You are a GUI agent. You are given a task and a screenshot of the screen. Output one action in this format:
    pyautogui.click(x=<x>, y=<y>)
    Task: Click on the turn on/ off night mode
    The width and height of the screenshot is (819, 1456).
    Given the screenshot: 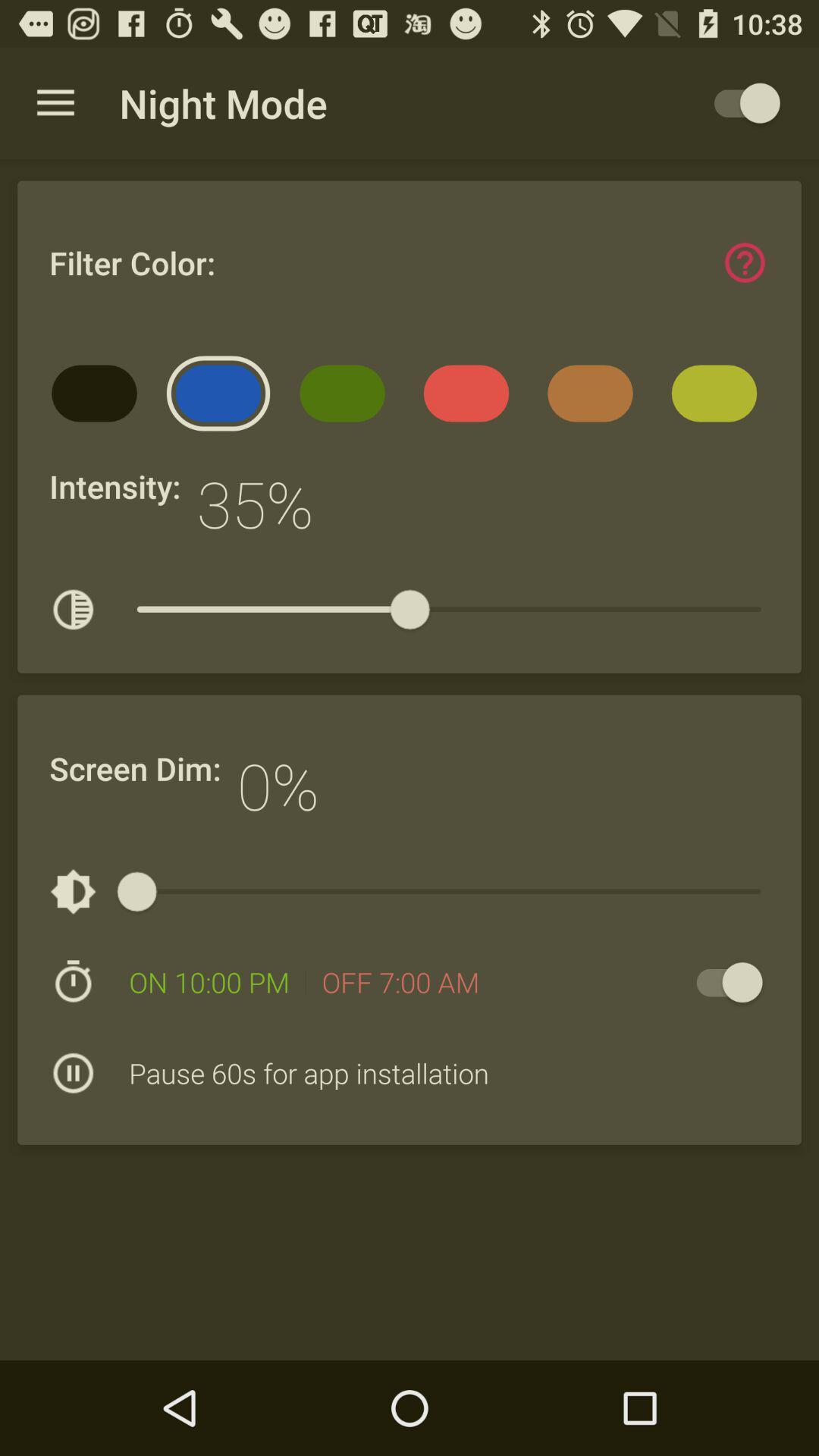 What is the action you would take?
    pyautogui.click(x=739, y=102)
    